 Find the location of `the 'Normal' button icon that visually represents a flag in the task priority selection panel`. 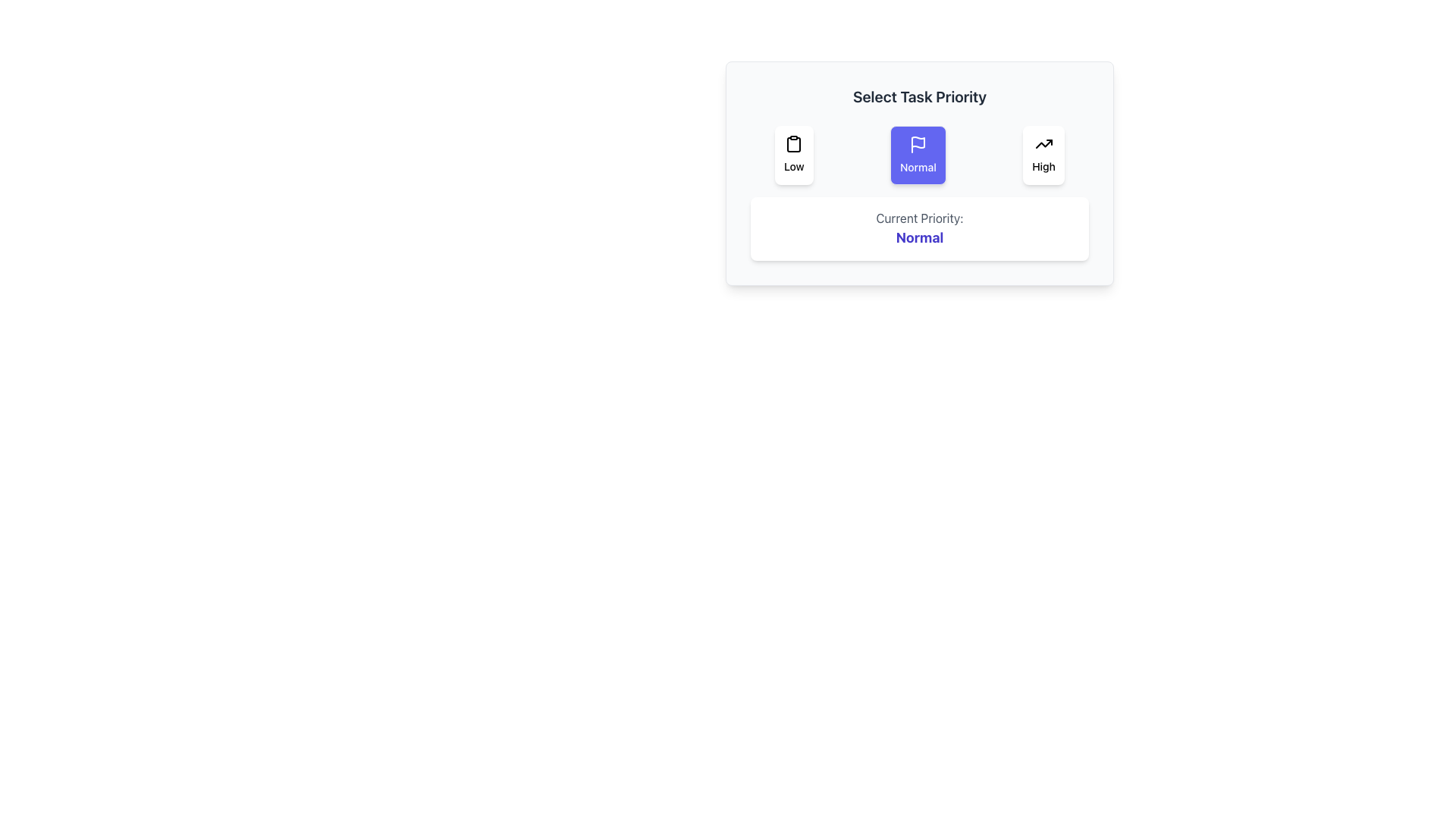

the 'Normal' button icon that visually represents a flag in the task priority selection panel is located at coordinates (917, 143).